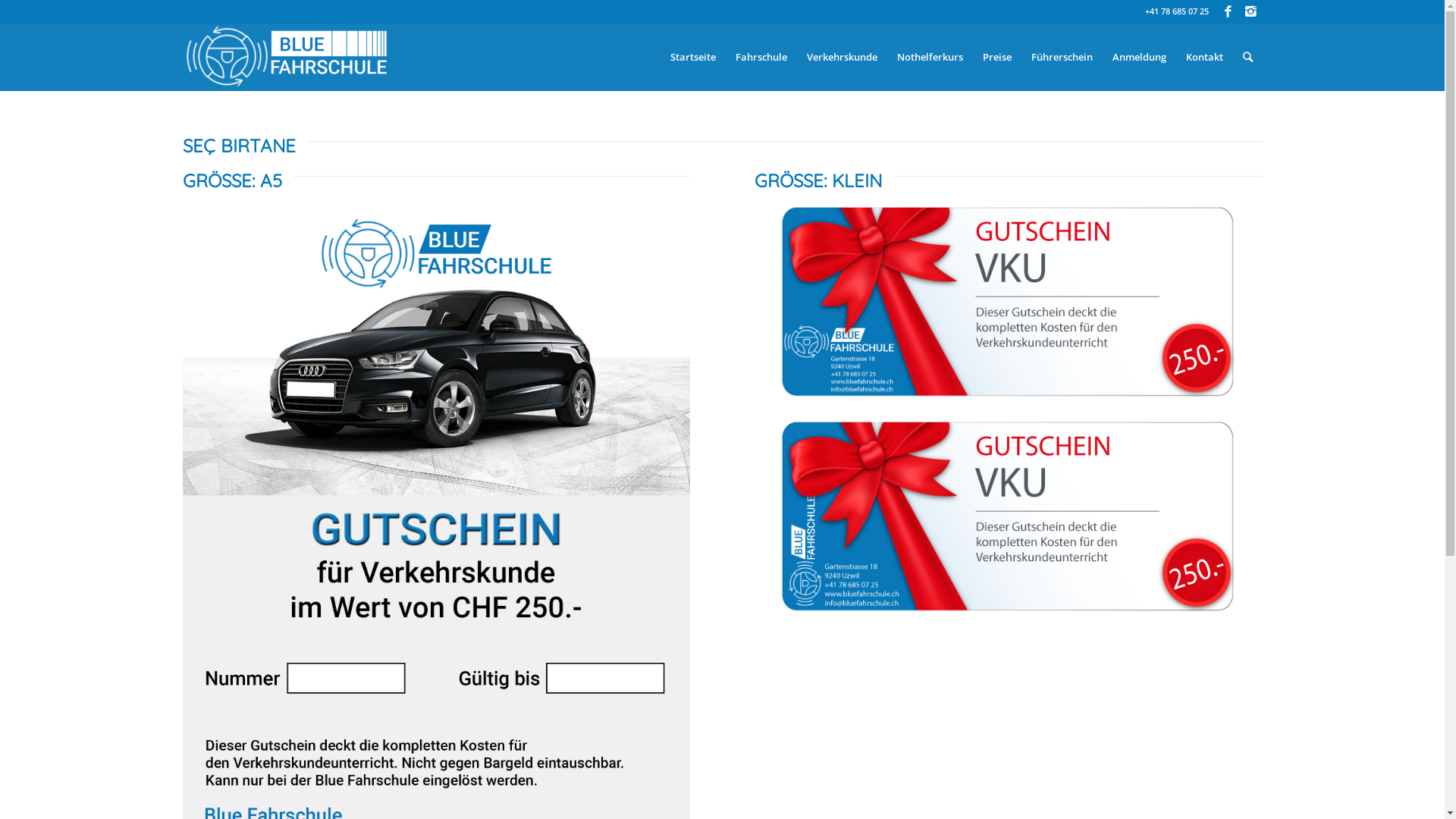 The width and height of the screenshot is (1456, 819). I want to click on 'Kontakt', so click(1203, 55).